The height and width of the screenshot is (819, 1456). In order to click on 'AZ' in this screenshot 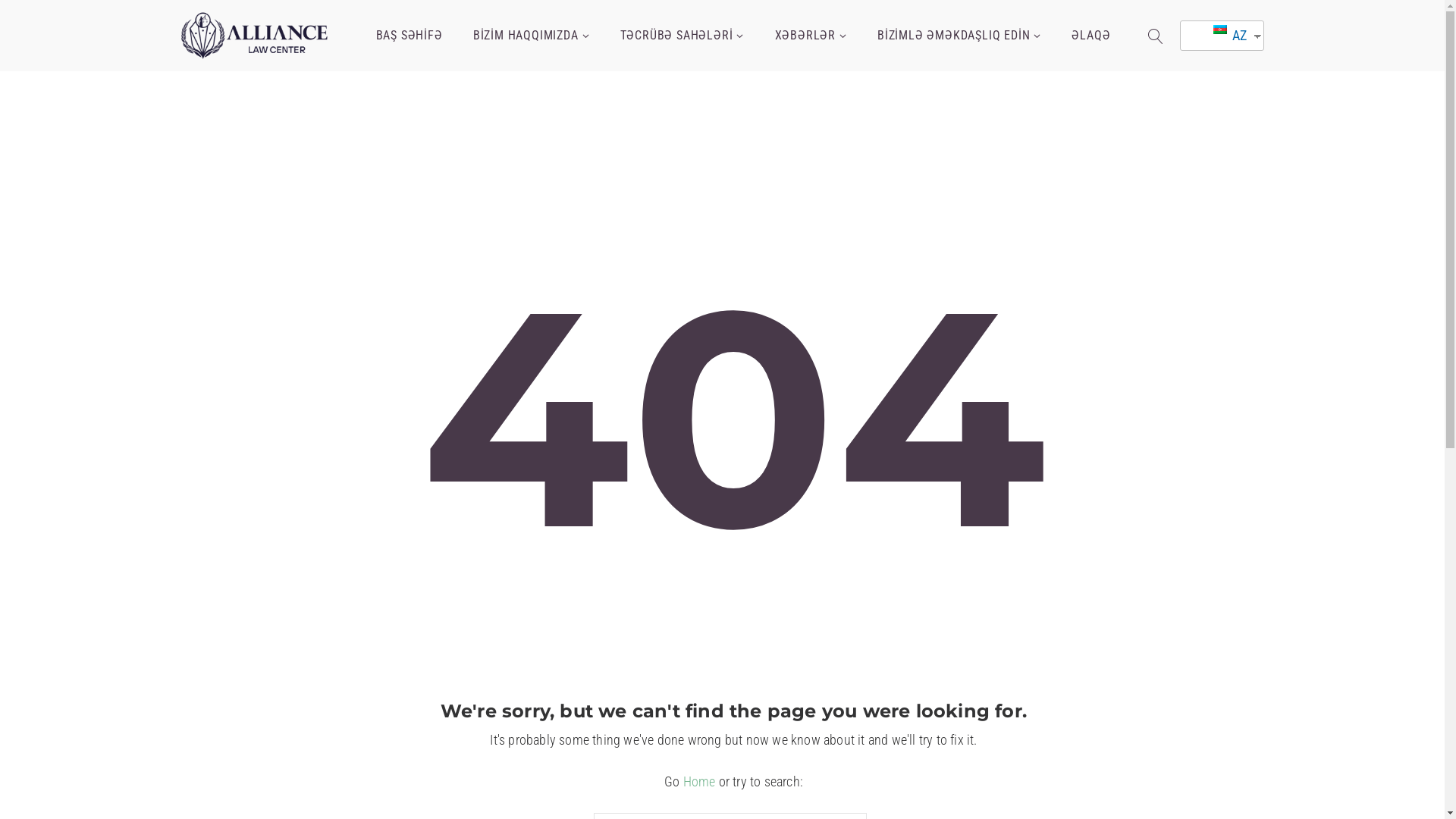, I will do `click(1216, 34)`.